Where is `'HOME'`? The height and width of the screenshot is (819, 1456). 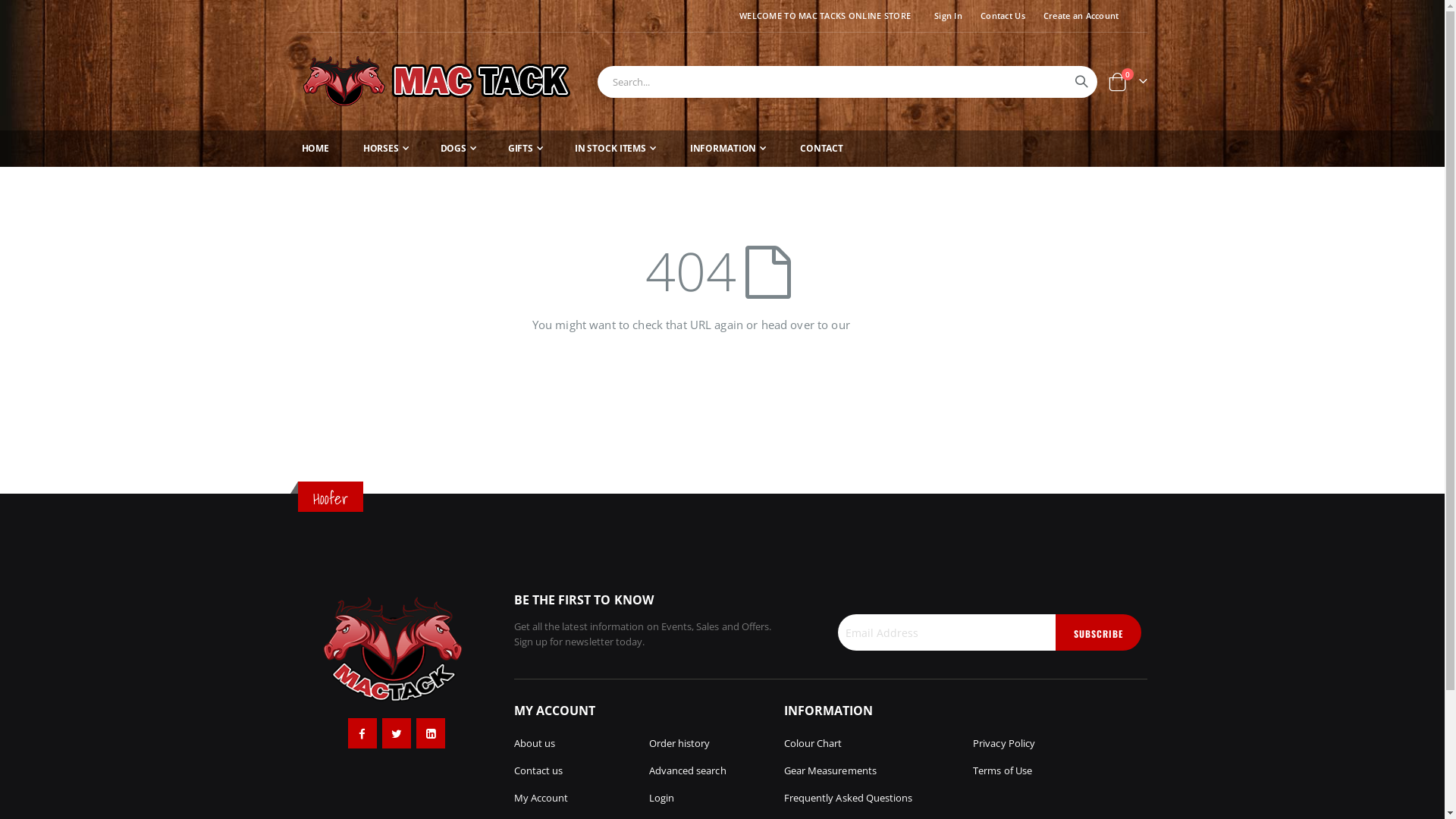
'HOME' is located at coordinates (314, 149).